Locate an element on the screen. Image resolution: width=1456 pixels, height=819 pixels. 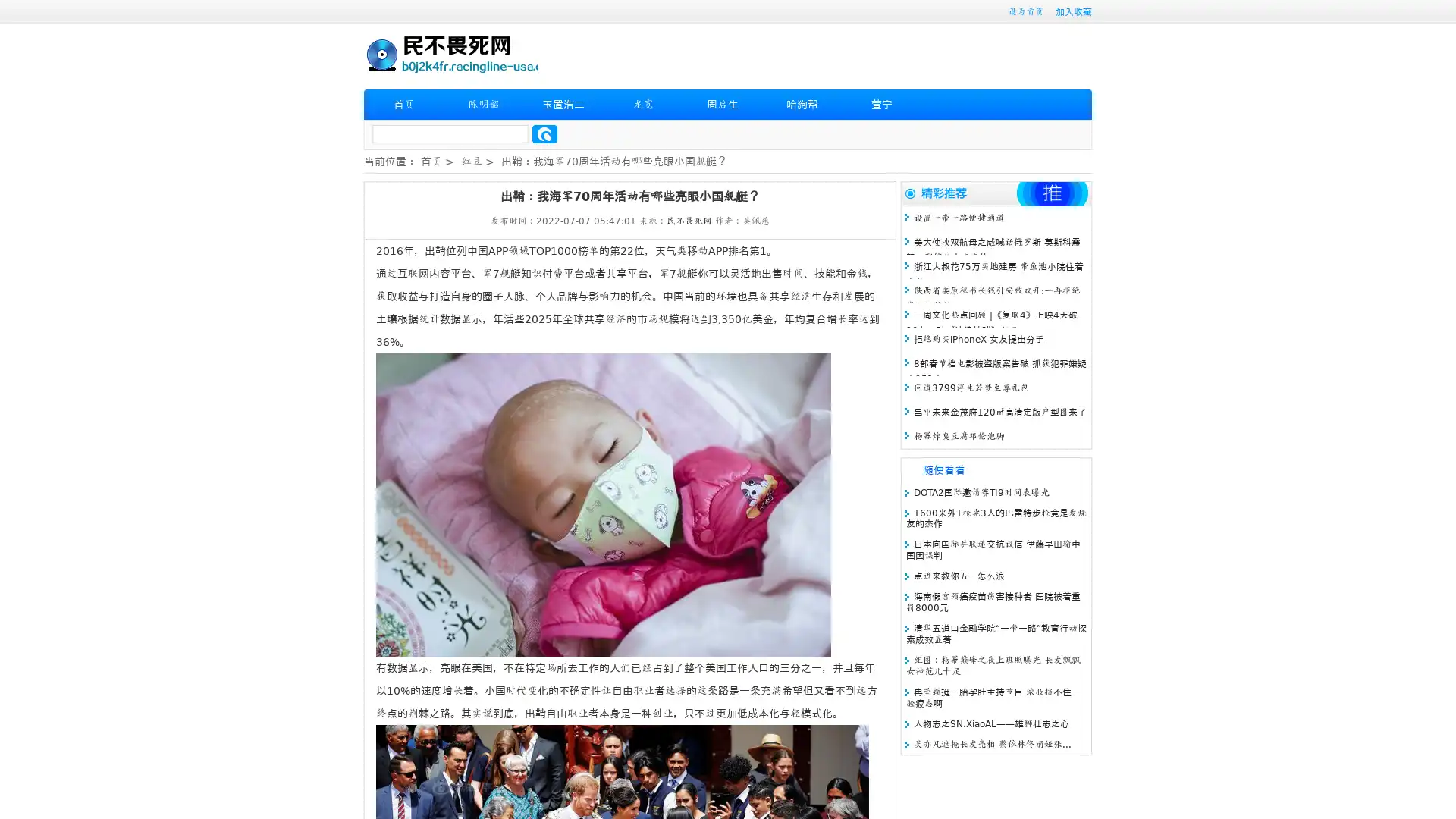
Search is located at coordinates (544, 133).